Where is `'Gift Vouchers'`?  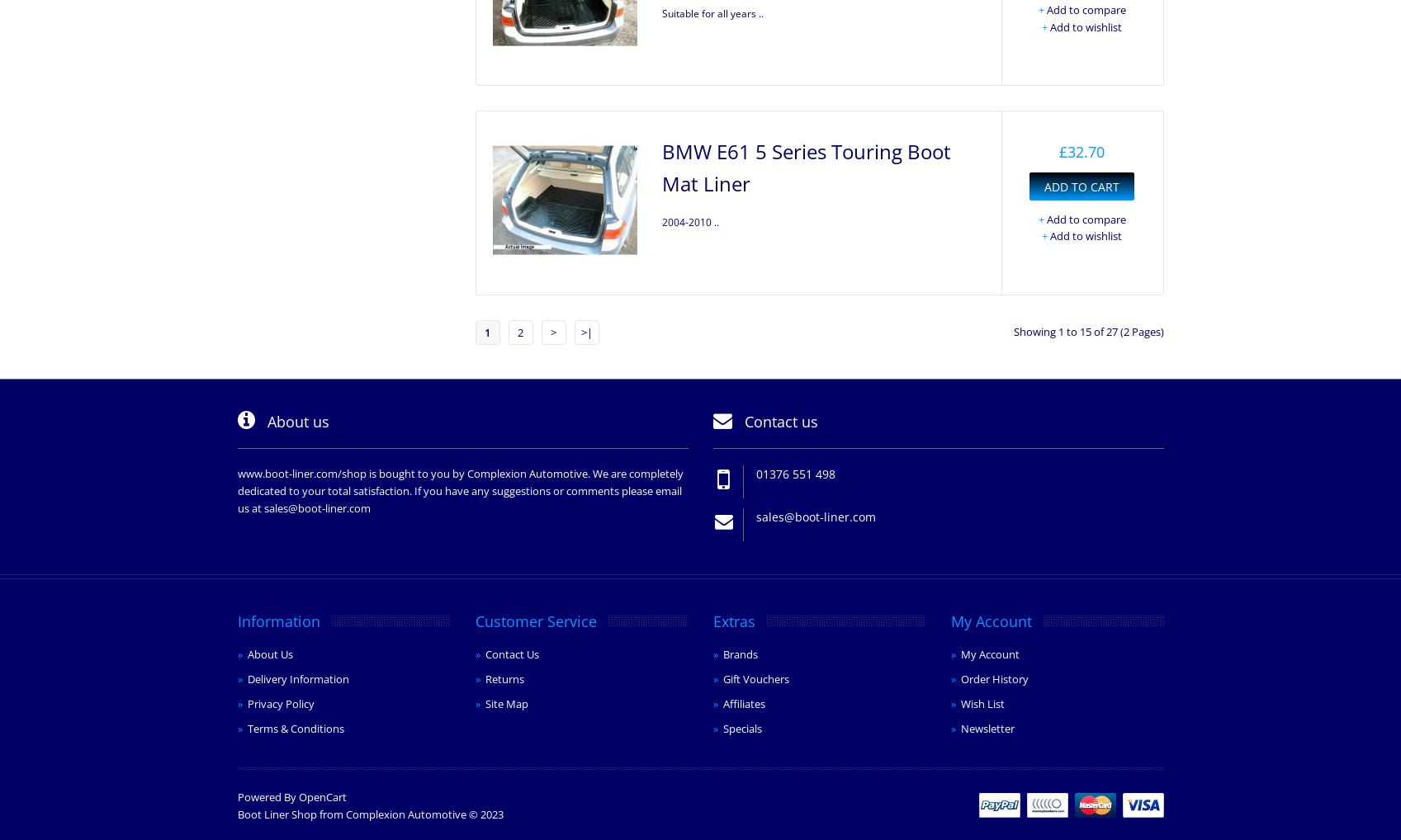 'Gift Vouchers' is located at coordinates (721, 677).